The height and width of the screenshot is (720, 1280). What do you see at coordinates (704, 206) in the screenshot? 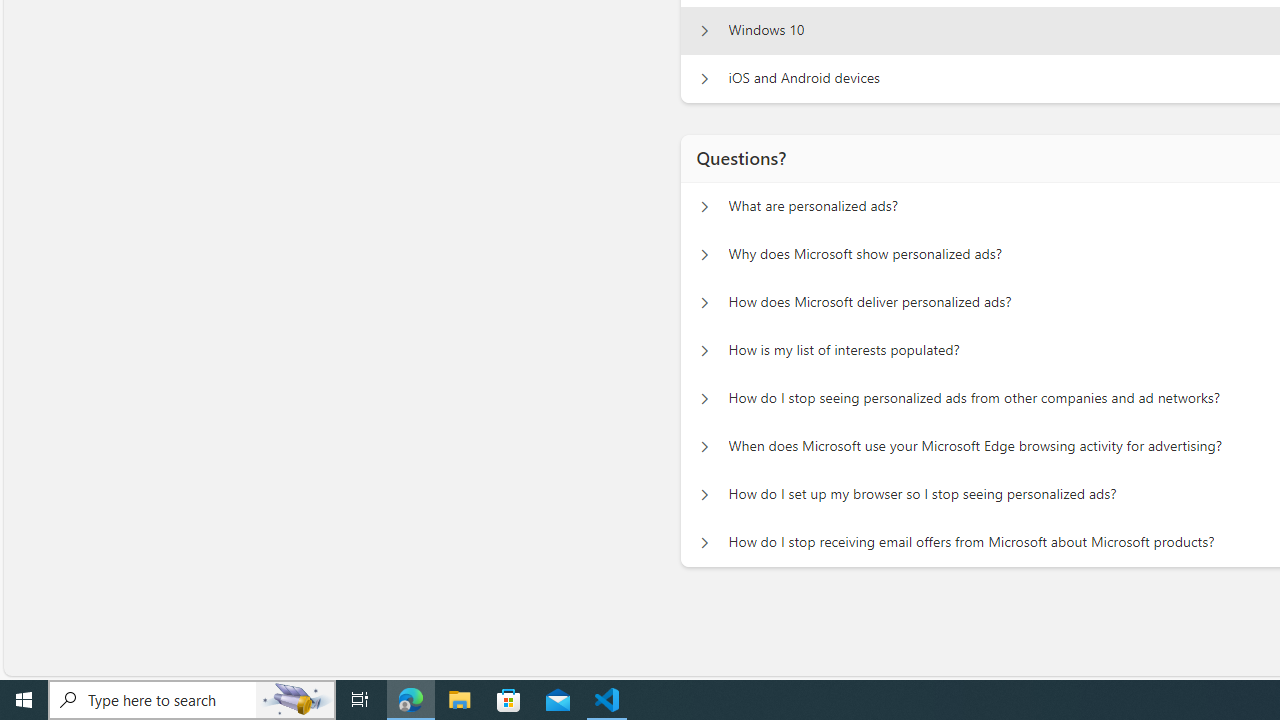
I see `'Questions? What are personalized ads?'` at bounding box center [704, 206].